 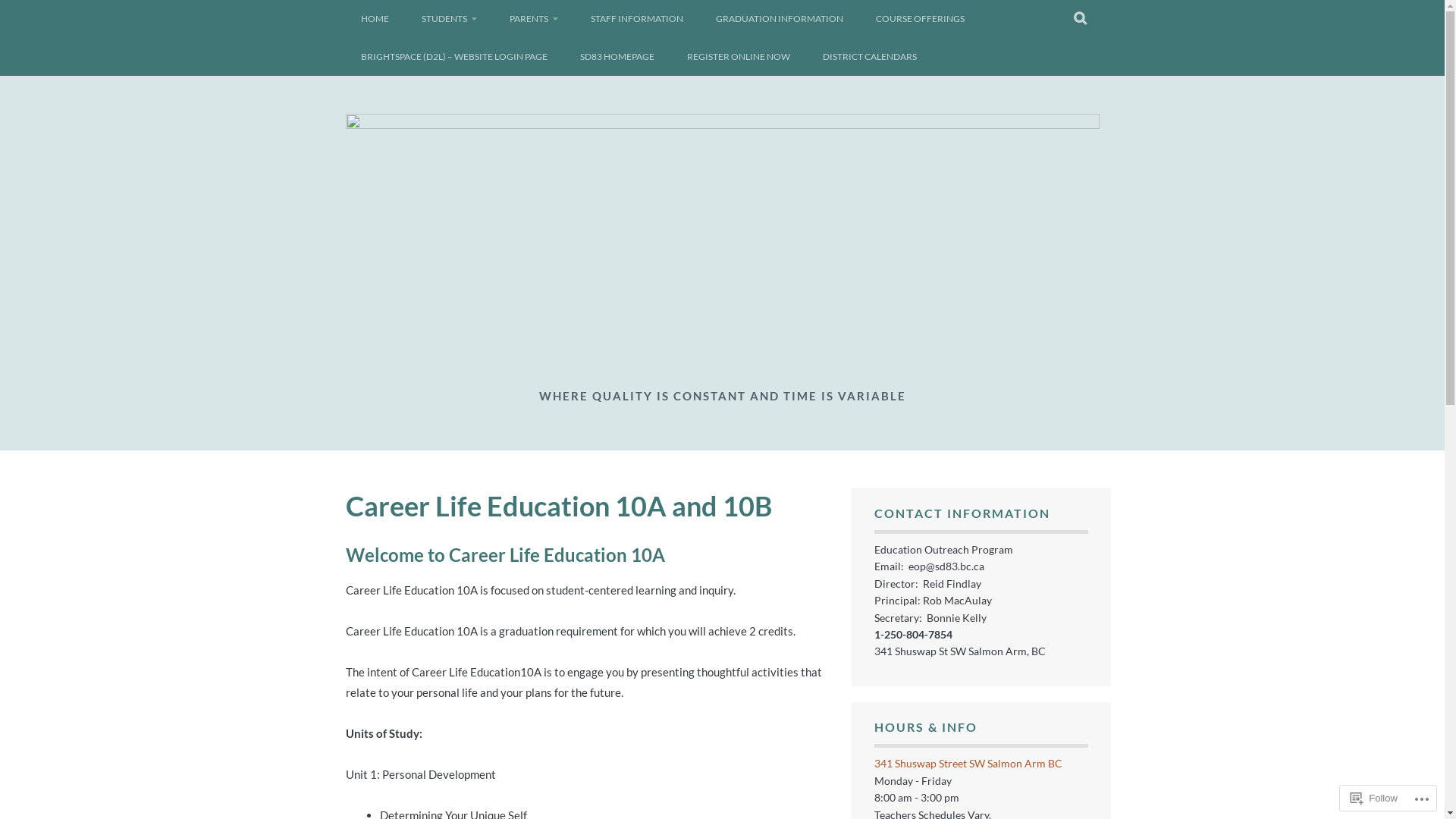 What do you see at coordinates (779, 18) in the screenshot?
I see `'GRADUATION INFORMATION'` at bounding box center [779, 18].